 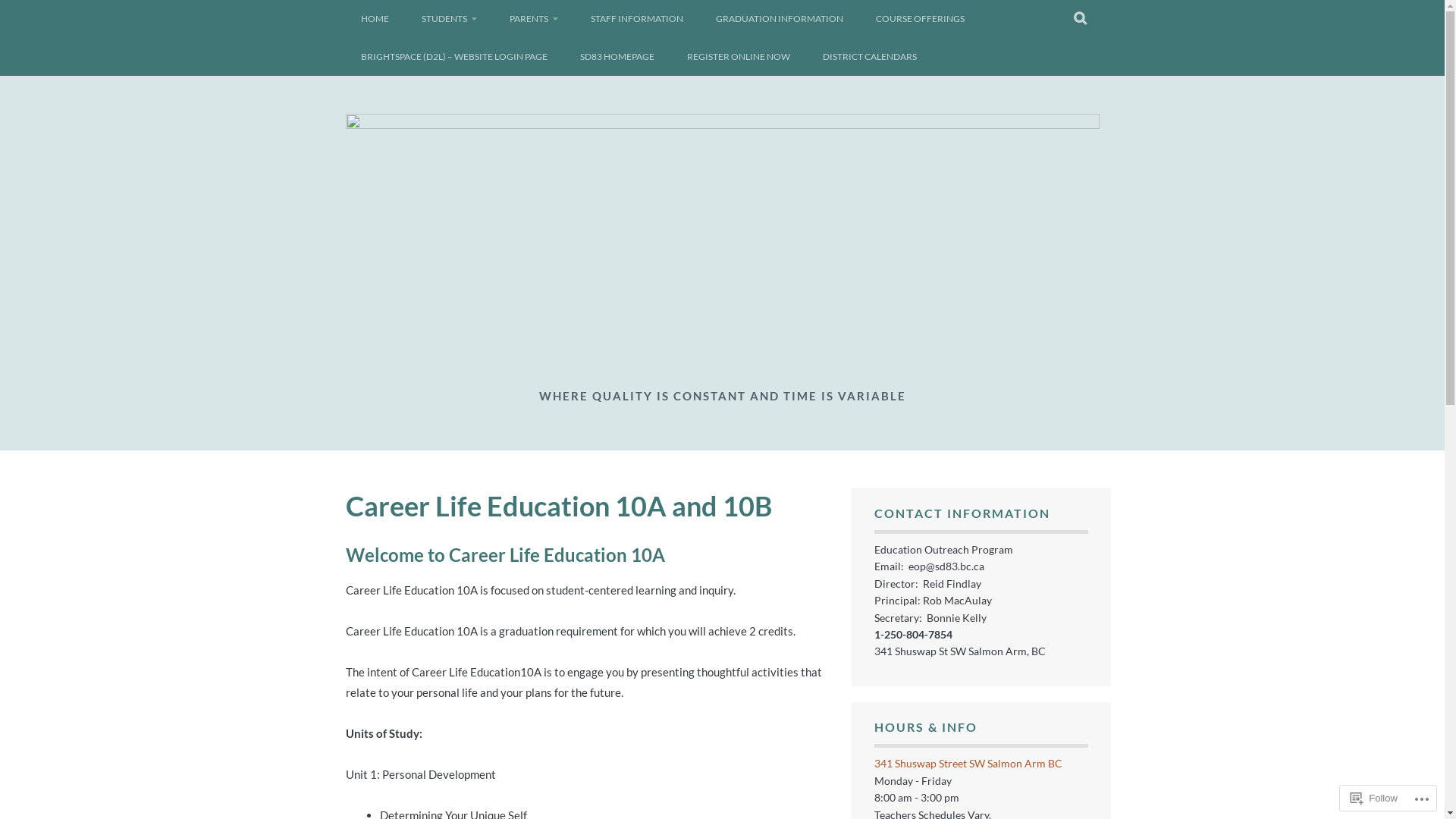 What do you see at coordinates (779, 18) in the screenshot?
I see `'GRADUATION INFORMATION'` at bounding box center [779, 18].